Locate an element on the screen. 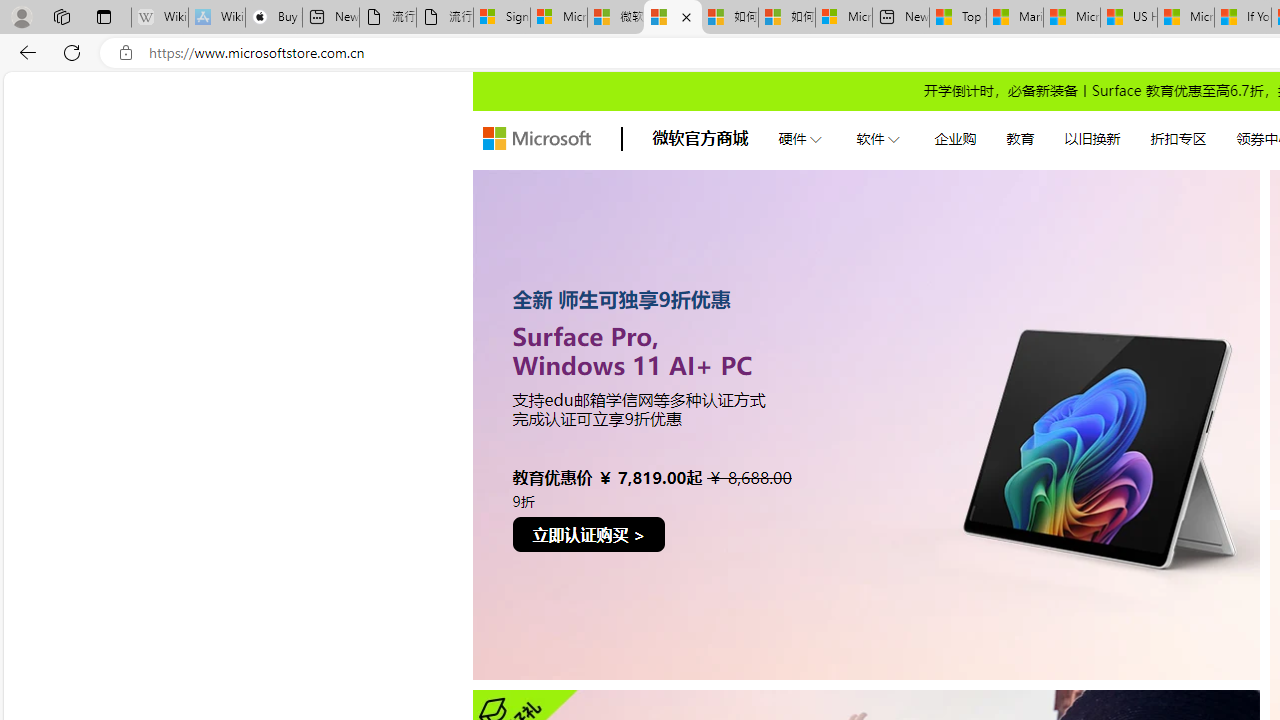 The image size is (1280, 720). 'Buy iPad - Apple' is located at coordinates (272, 17).